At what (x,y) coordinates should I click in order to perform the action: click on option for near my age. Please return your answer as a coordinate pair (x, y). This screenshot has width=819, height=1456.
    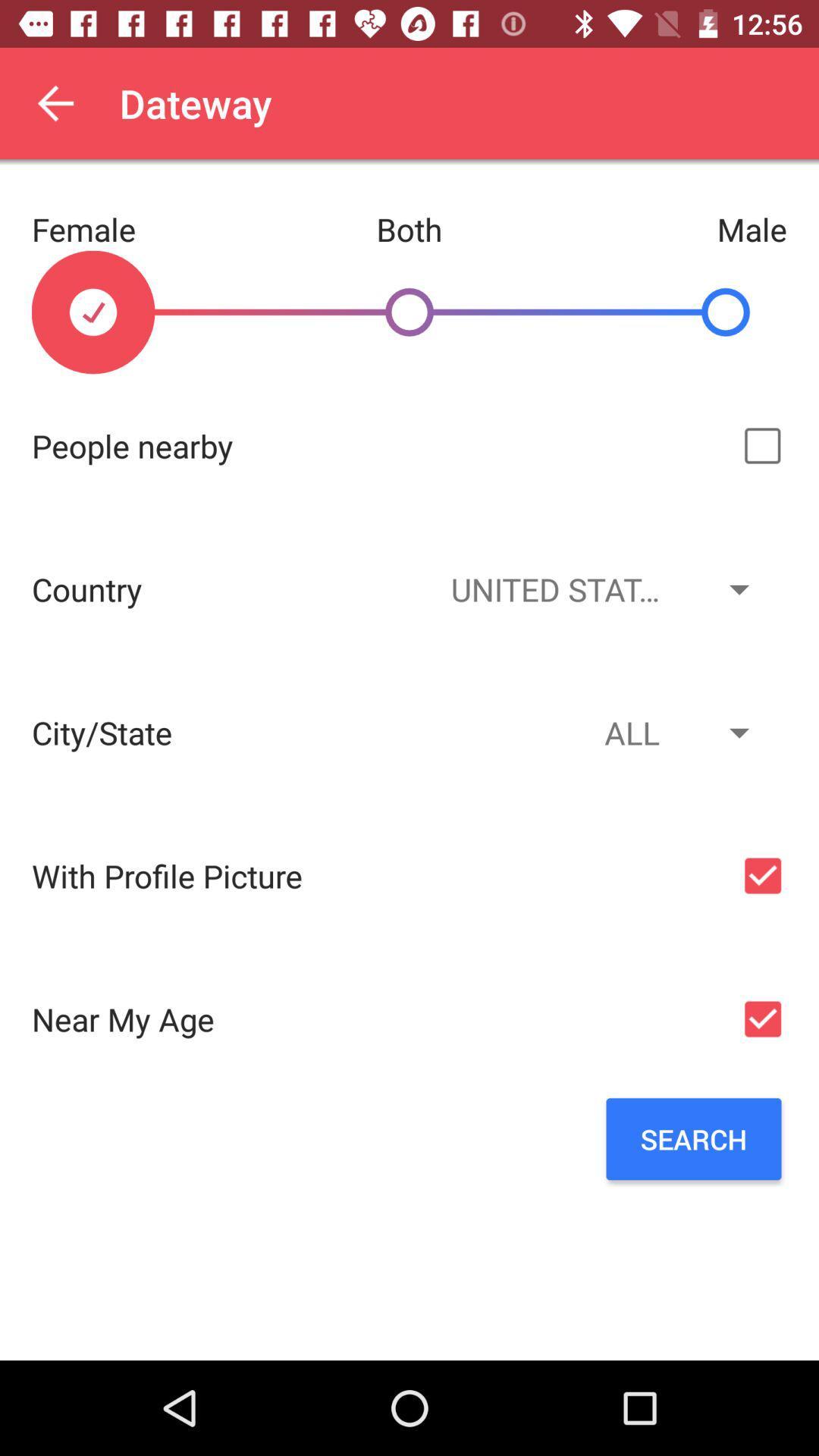
    Looking at the image, I should click on (762, 1019).